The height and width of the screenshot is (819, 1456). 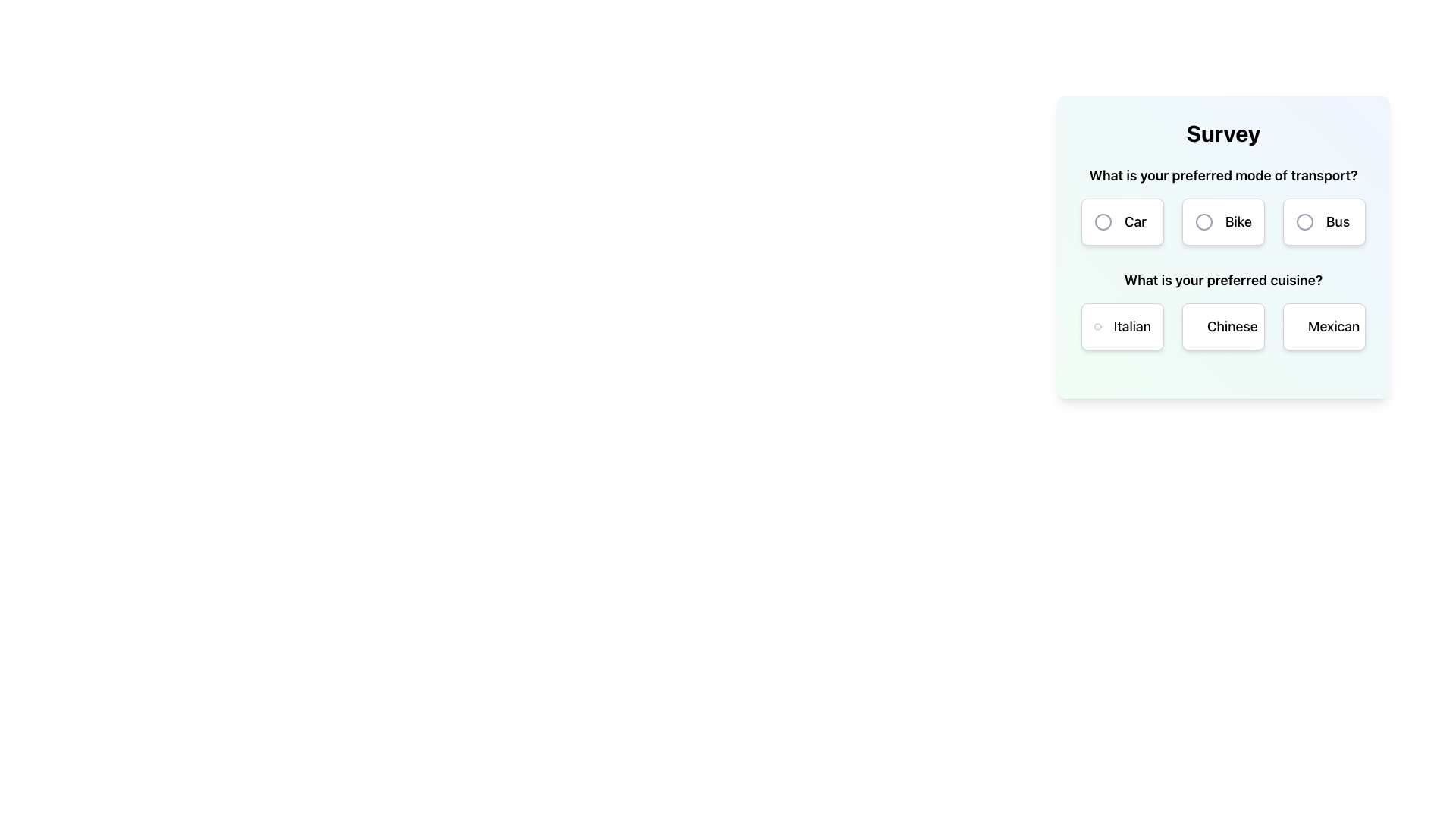 I want to click on one of the selection buttons (Italian, Chinese, or Mexican) in the survey question about preferred cuisine, so click(x=1223, y=309).